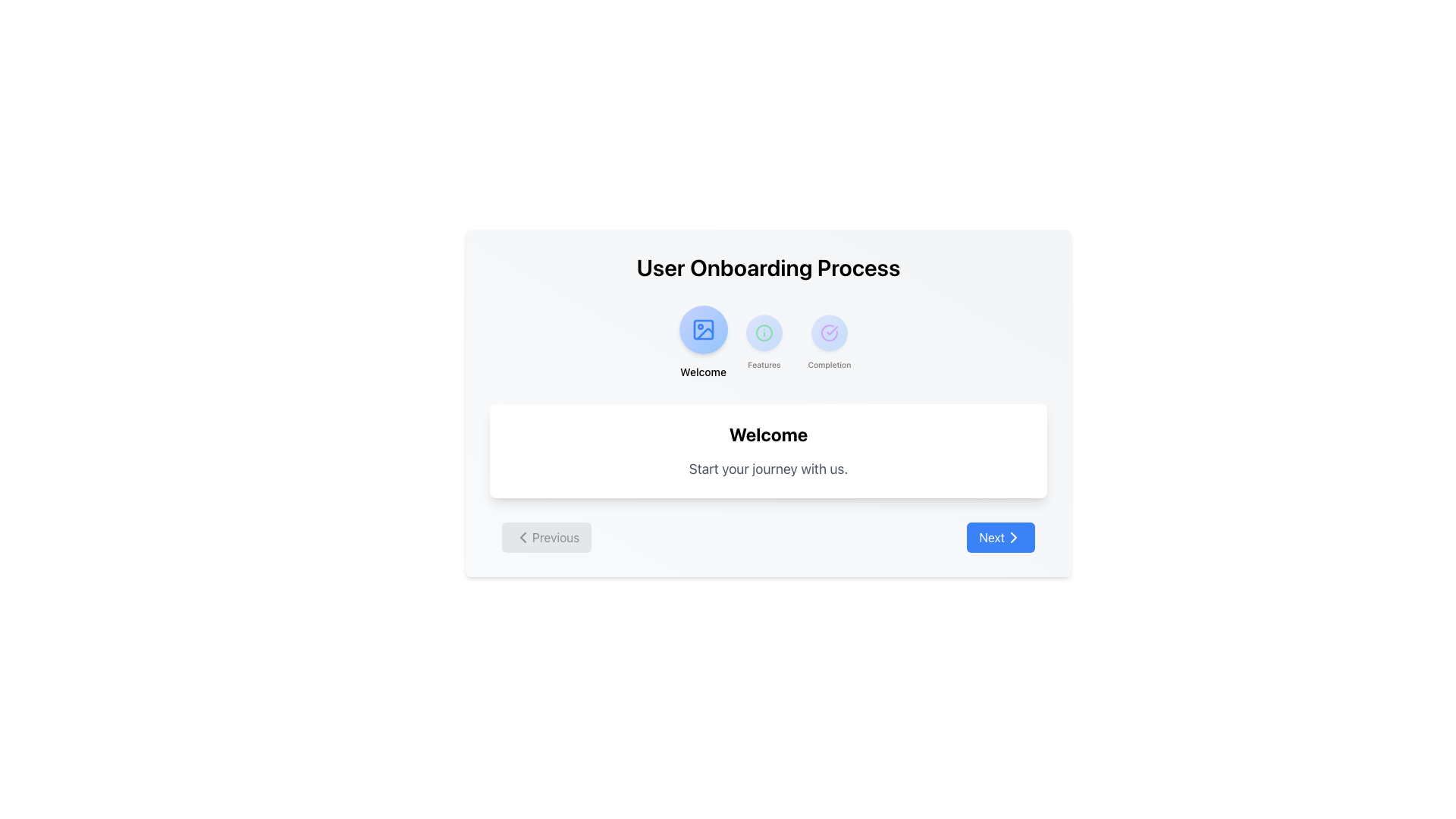 The width and height of the screenshot is (1456, 819). Describe the element at coordinates (702, 329) in the screenshot. I see `the Vector Icon inside the 'Welcome' task button` at that location.